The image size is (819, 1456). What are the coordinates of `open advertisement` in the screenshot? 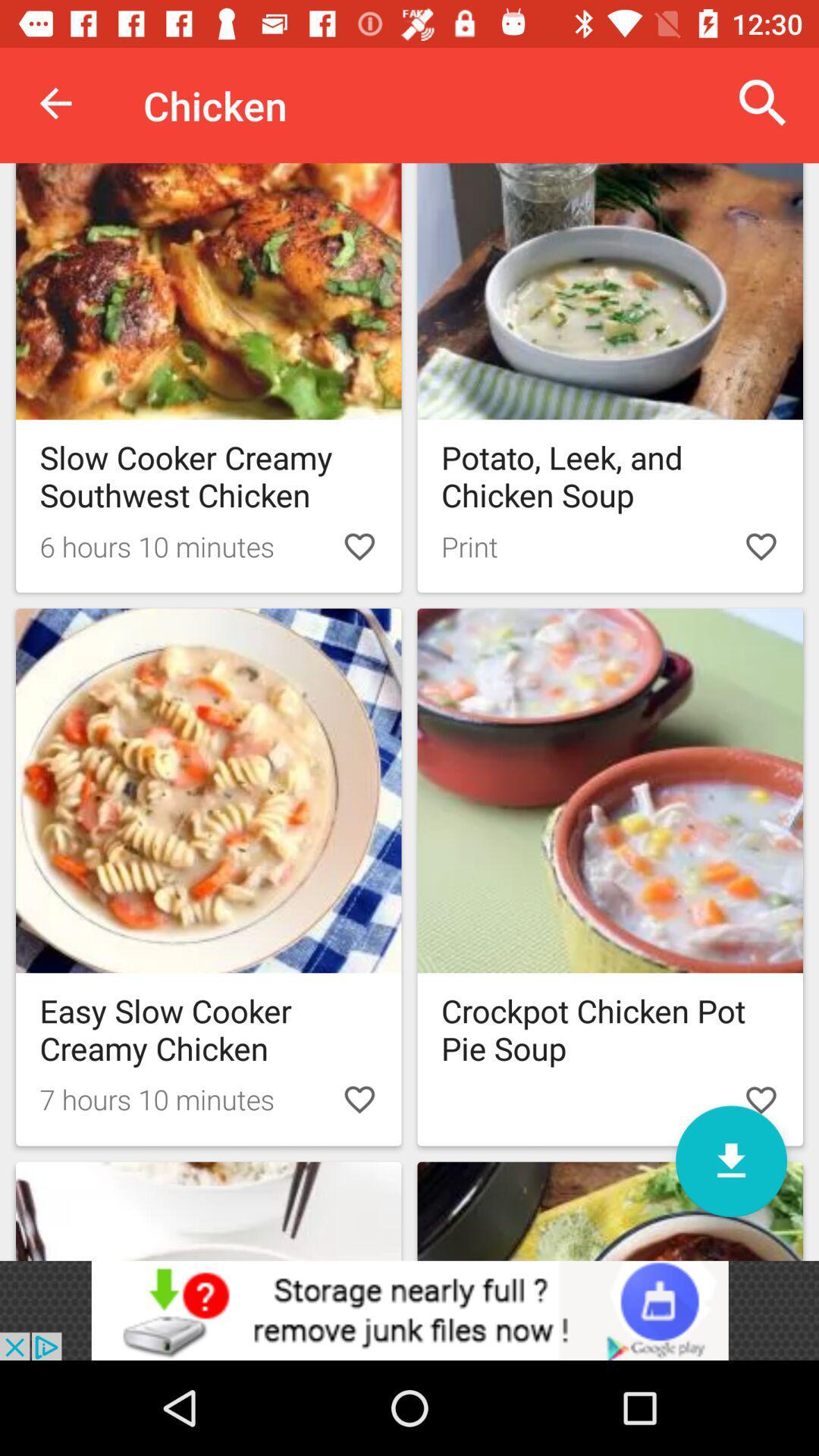 It's located at (409, 1310).